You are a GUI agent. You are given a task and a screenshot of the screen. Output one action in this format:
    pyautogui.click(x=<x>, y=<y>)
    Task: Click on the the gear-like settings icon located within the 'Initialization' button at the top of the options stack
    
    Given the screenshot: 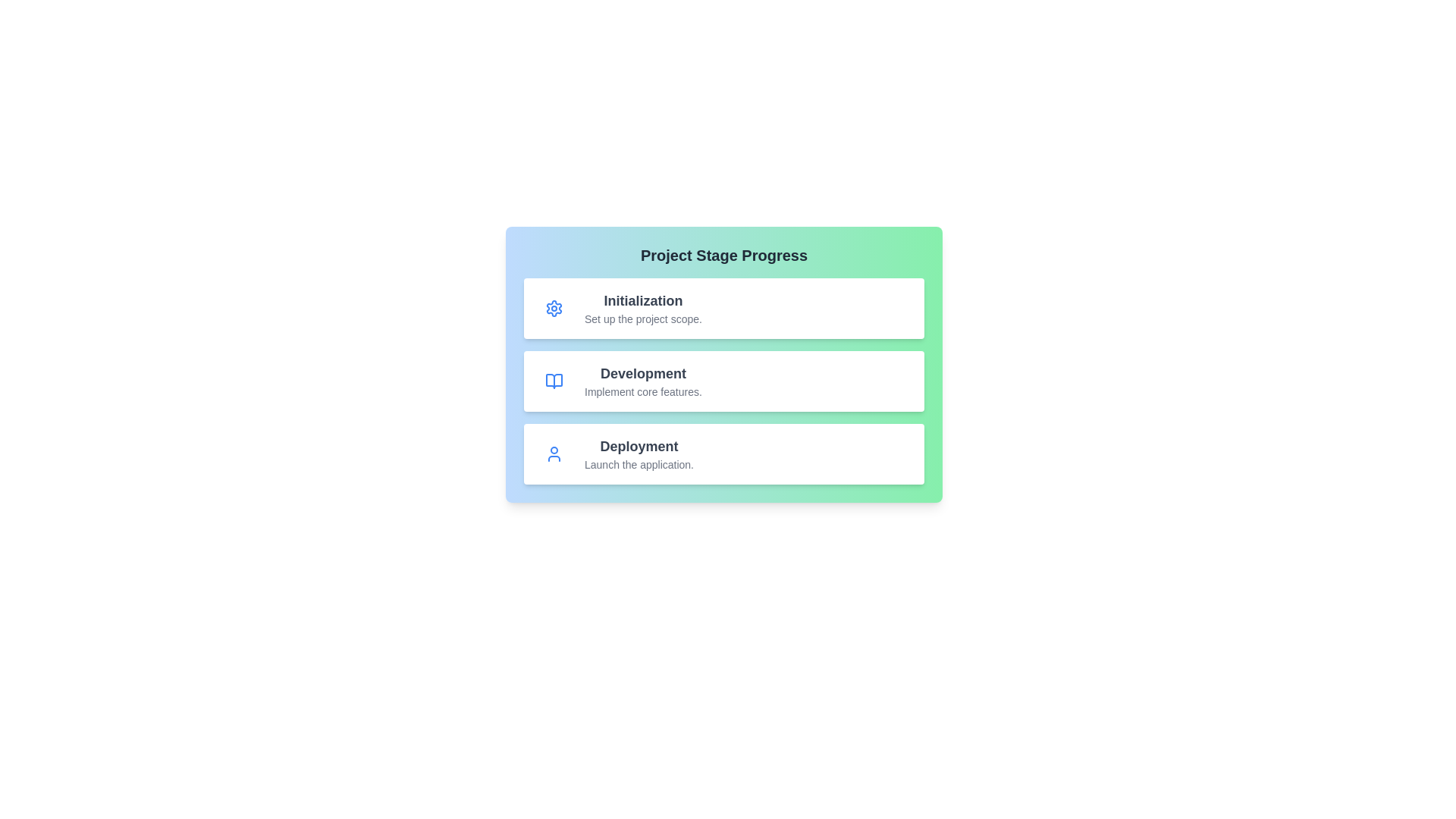 What is the action you would take?
    pyautogui.click(x=553, y=308)
    